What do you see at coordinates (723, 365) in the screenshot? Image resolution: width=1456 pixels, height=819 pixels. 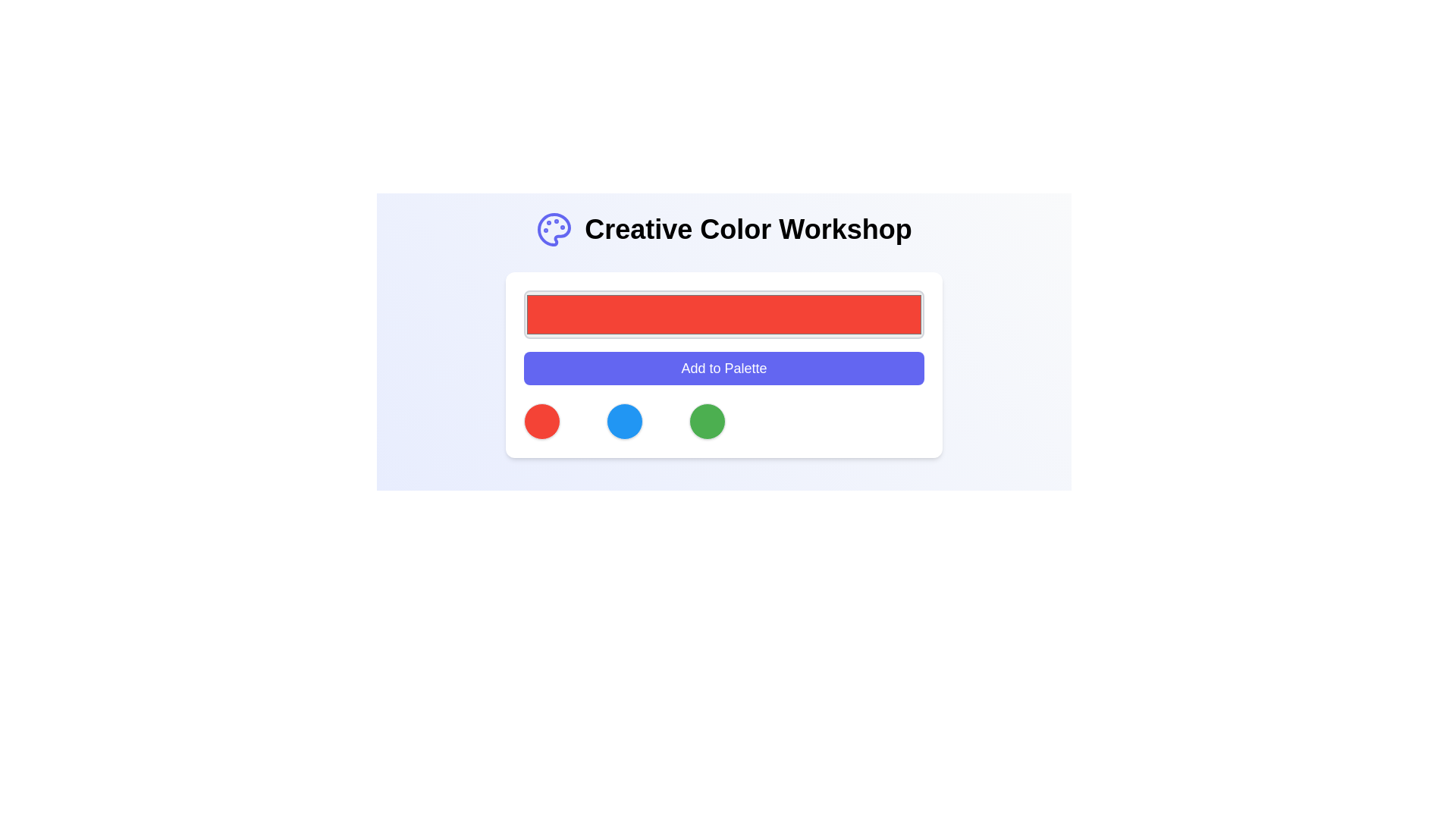 I see `the 'Add to Palette' button in the interactive color palette tool located beneath the 'Creative Color Workshop' header` at bounding box center [723, 365].